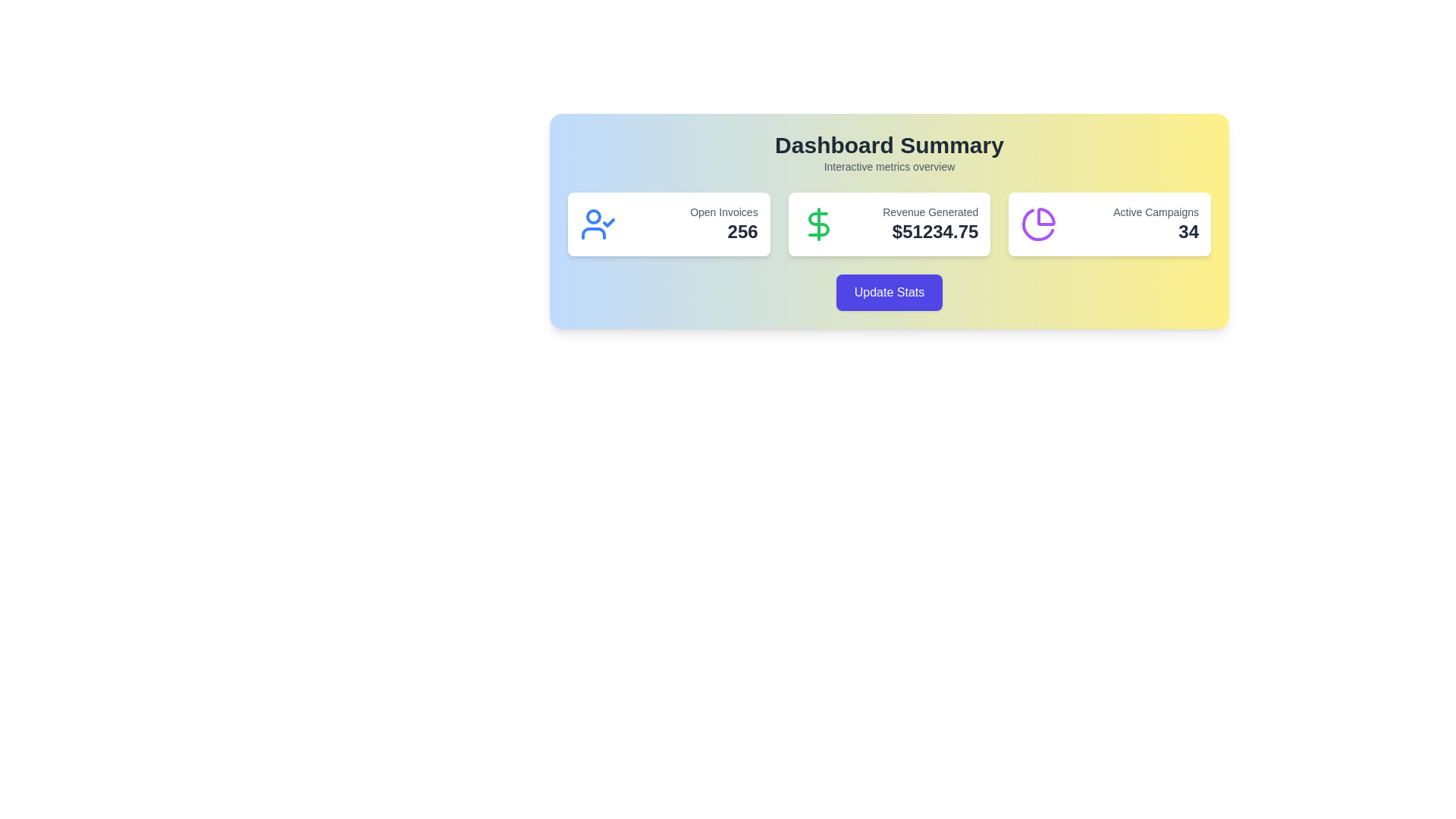 Image resolution: width=1456 pixels, height=819 pixels. Describe the element at coordinates (930, 212) in the screenshot. I see `the text label that says 'Revenue Generated', which is styled in a smaller font size and muted gray color, located above the bold text '$51234.75' in the second card of the middle section of the interface` at that location.